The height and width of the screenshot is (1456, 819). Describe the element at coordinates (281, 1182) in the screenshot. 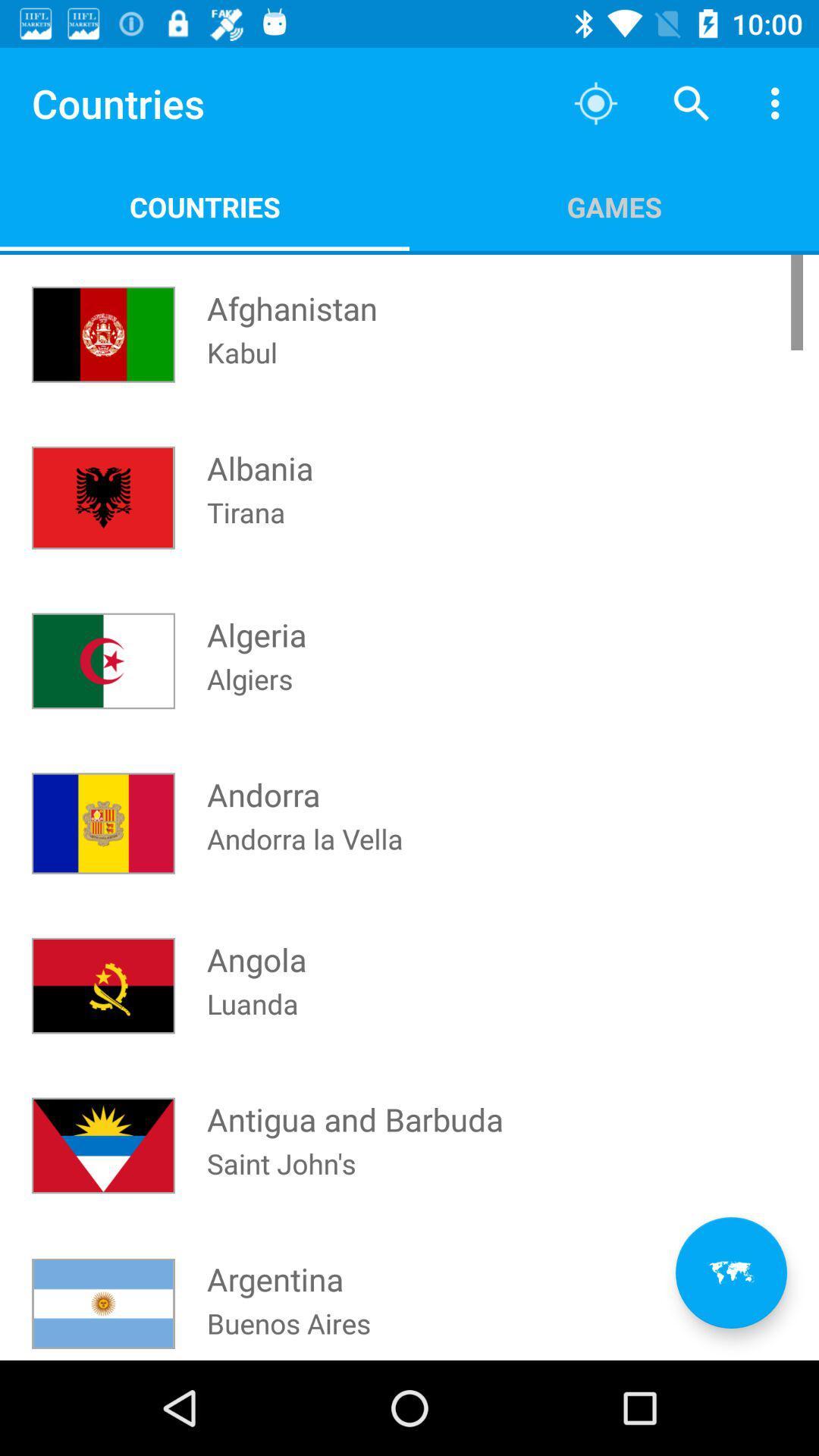

I see `the icon below antigua and barbuda icon` at that location.